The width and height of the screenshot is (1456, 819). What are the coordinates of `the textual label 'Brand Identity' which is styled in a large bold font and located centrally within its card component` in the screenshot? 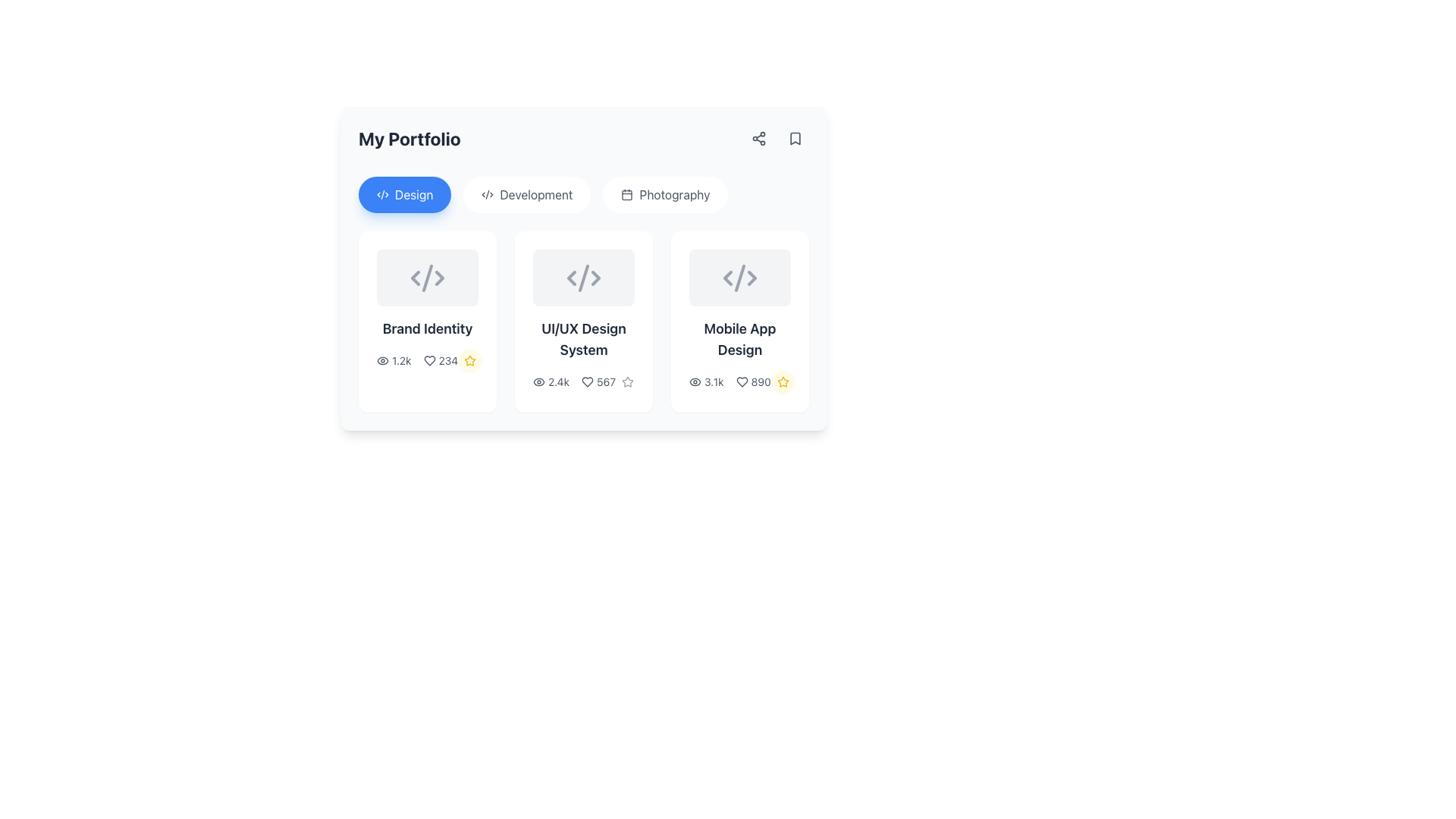 It's located at (427, 328).